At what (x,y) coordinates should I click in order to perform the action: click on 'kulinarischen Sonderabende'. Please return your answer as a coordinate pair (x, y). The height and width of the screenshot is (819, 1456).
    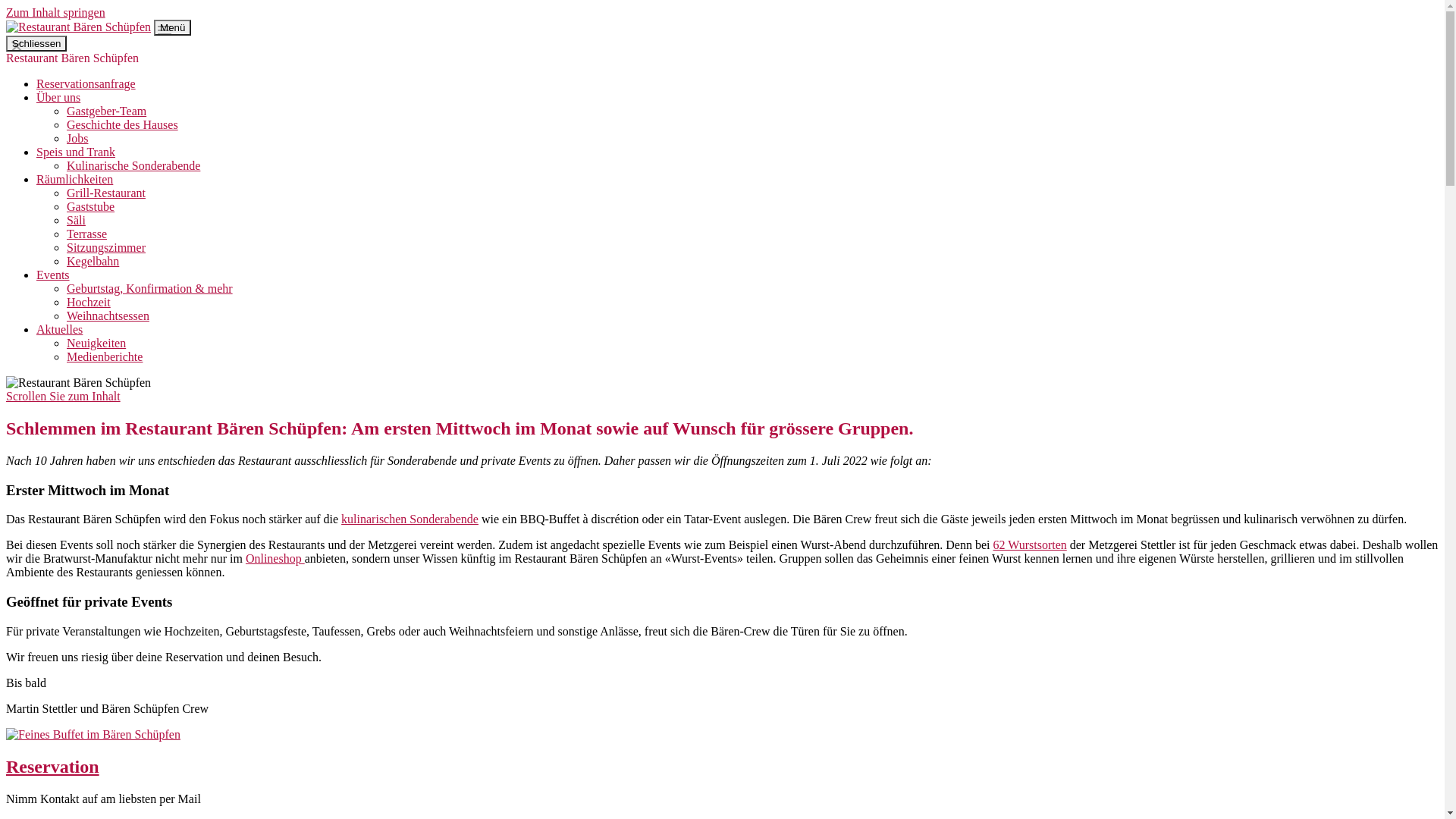
    Looking at the image, I should click on (409, 518).